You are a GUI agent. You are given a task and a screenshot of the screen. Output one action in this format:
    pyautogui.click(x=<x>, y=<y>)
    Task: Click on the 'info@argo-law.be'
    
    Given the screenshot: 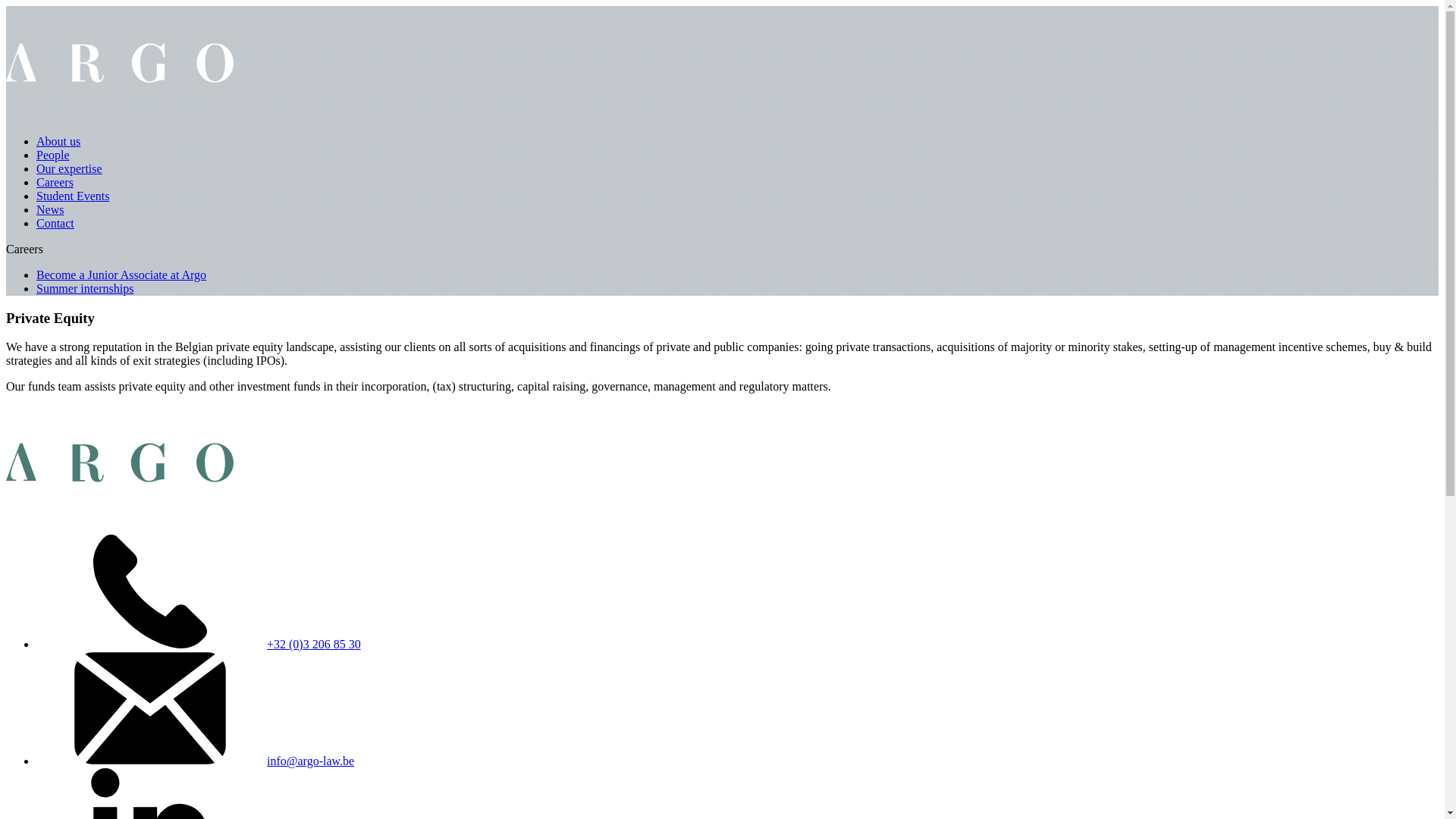 What is the action you would take?
    pyautogui.click(x=309, y=761)
    